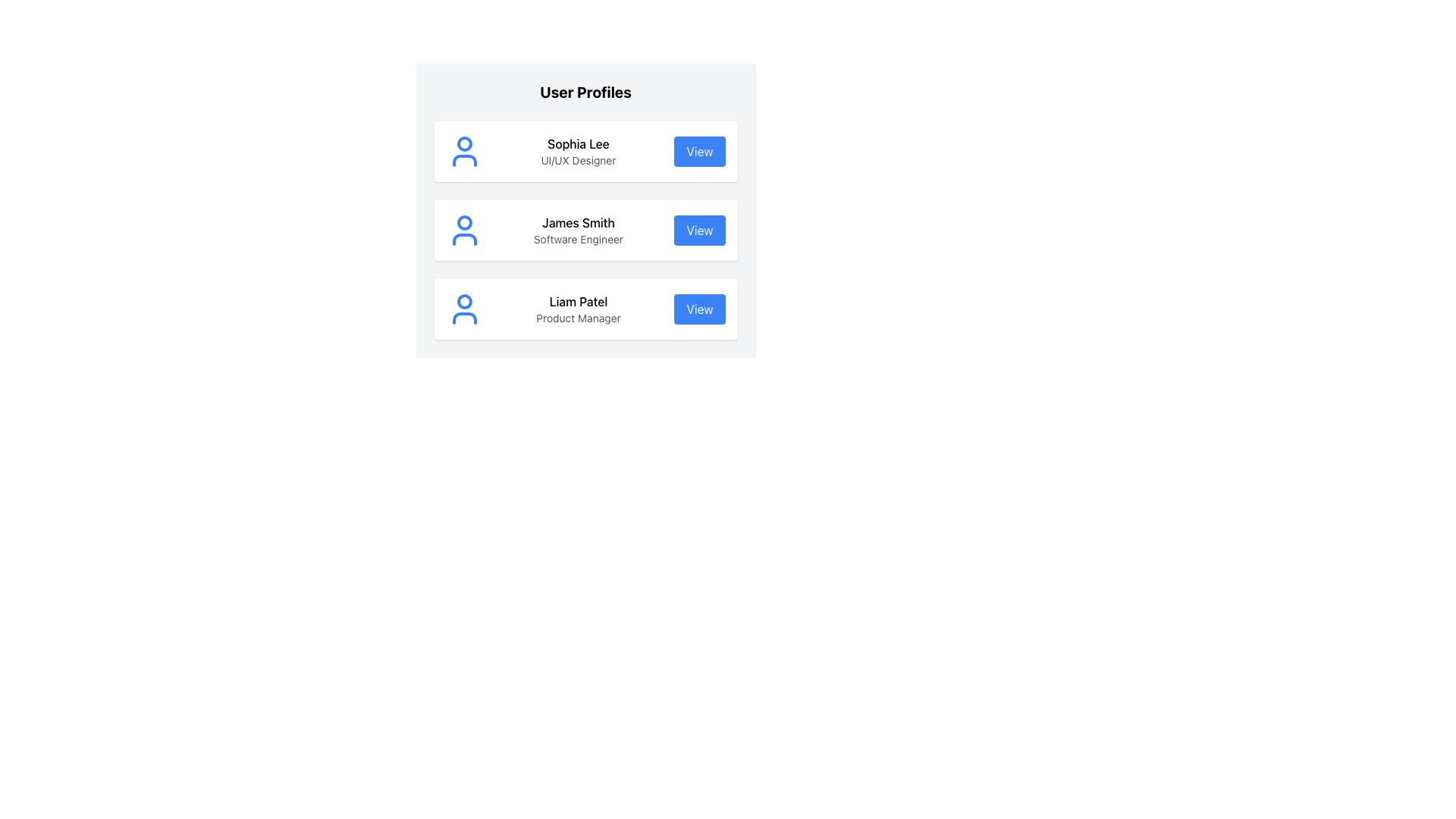 The width and height of the screenshot is (1456, 819). Describe the element at coordinates (578, 239) in the screenshot. I see `the descriptive text label indicating the professional role or title of the user 'James Smith', located below his name and above the 'View' button in the profile section` at that location.